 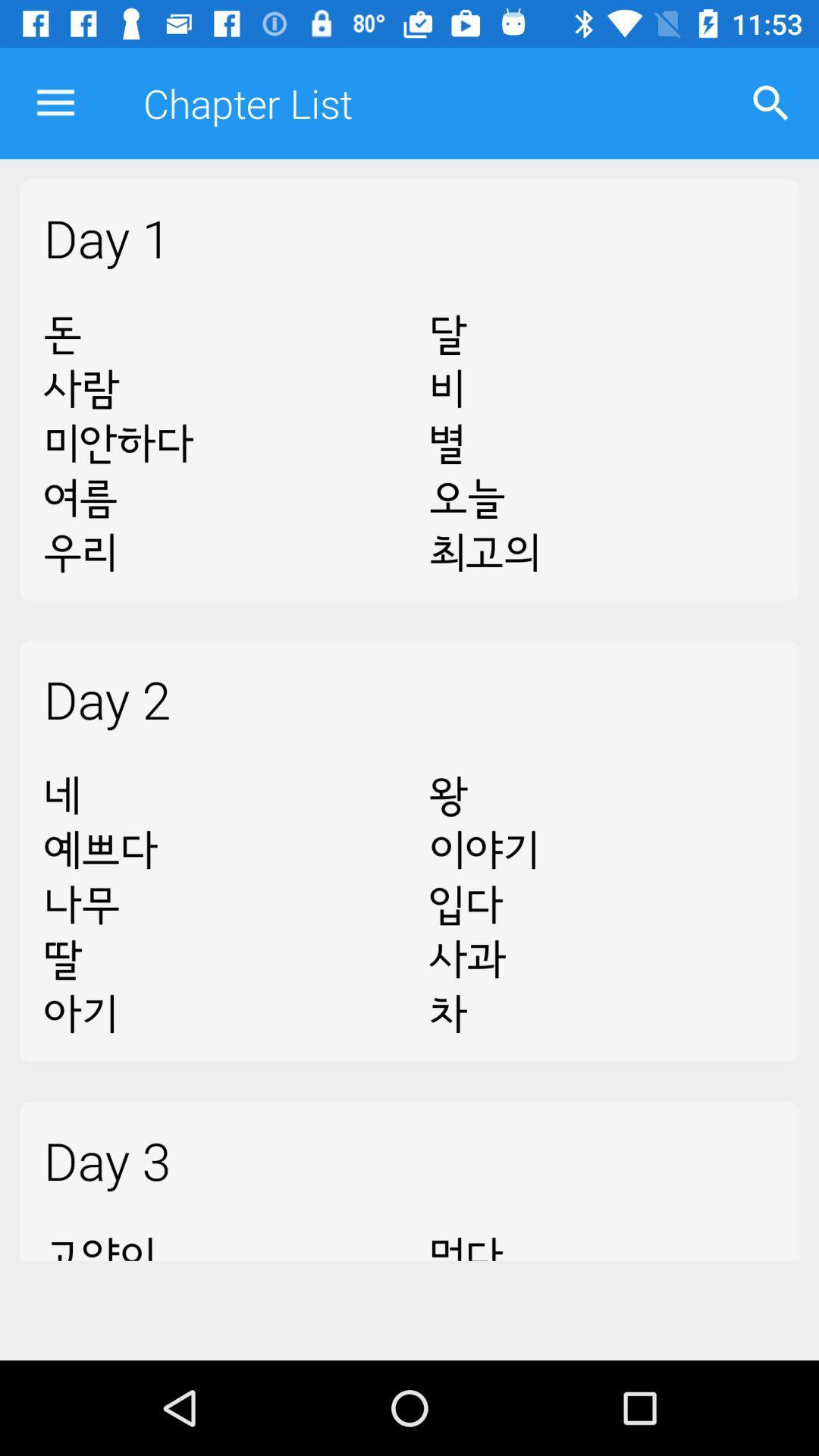 I want to click on day 3, so click(x=409, y=1159).